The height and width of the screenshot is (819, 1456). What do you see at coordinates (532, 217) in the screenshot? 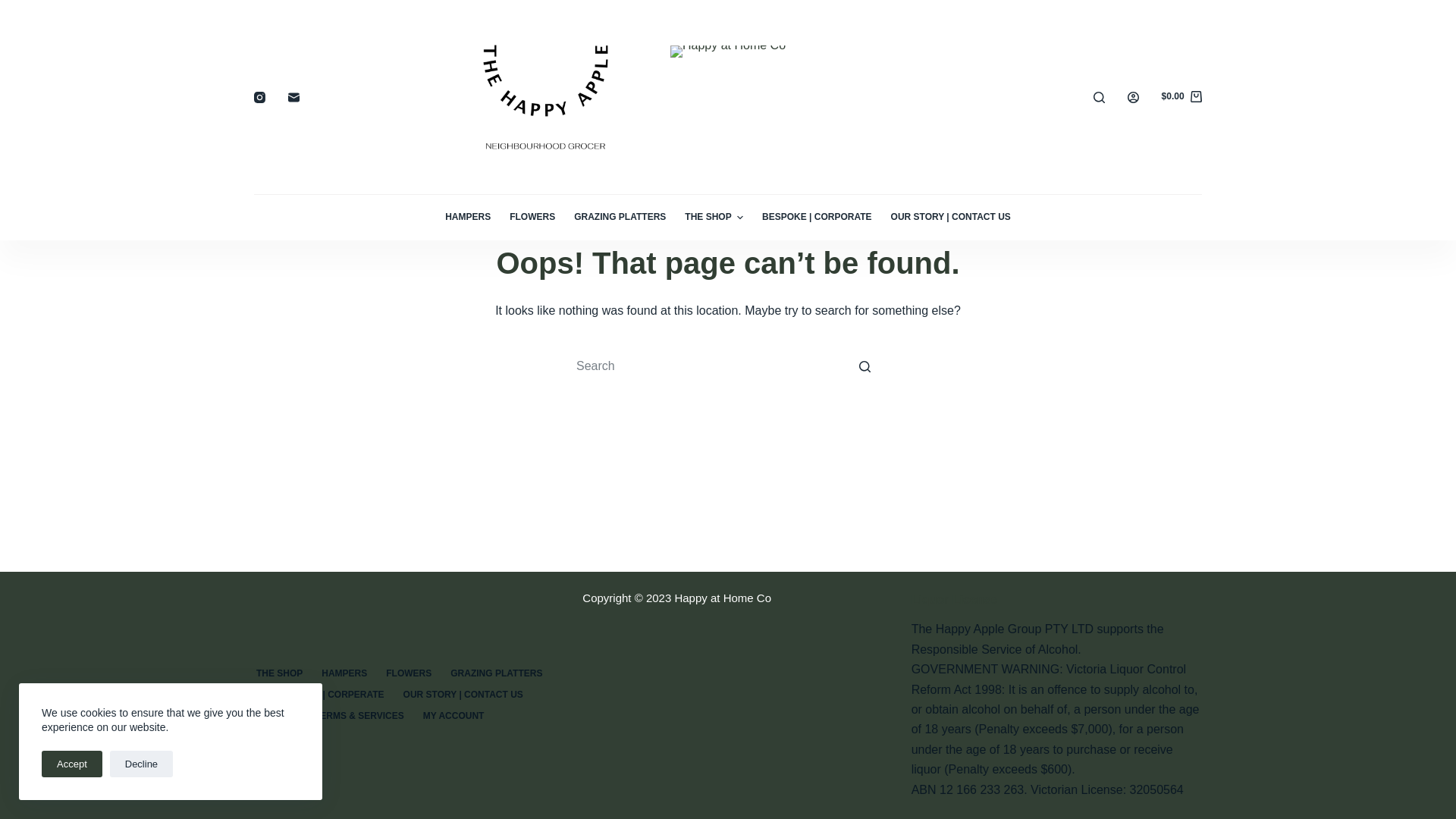
I see `'FLOWERS'` at bounding box center [532, 217].